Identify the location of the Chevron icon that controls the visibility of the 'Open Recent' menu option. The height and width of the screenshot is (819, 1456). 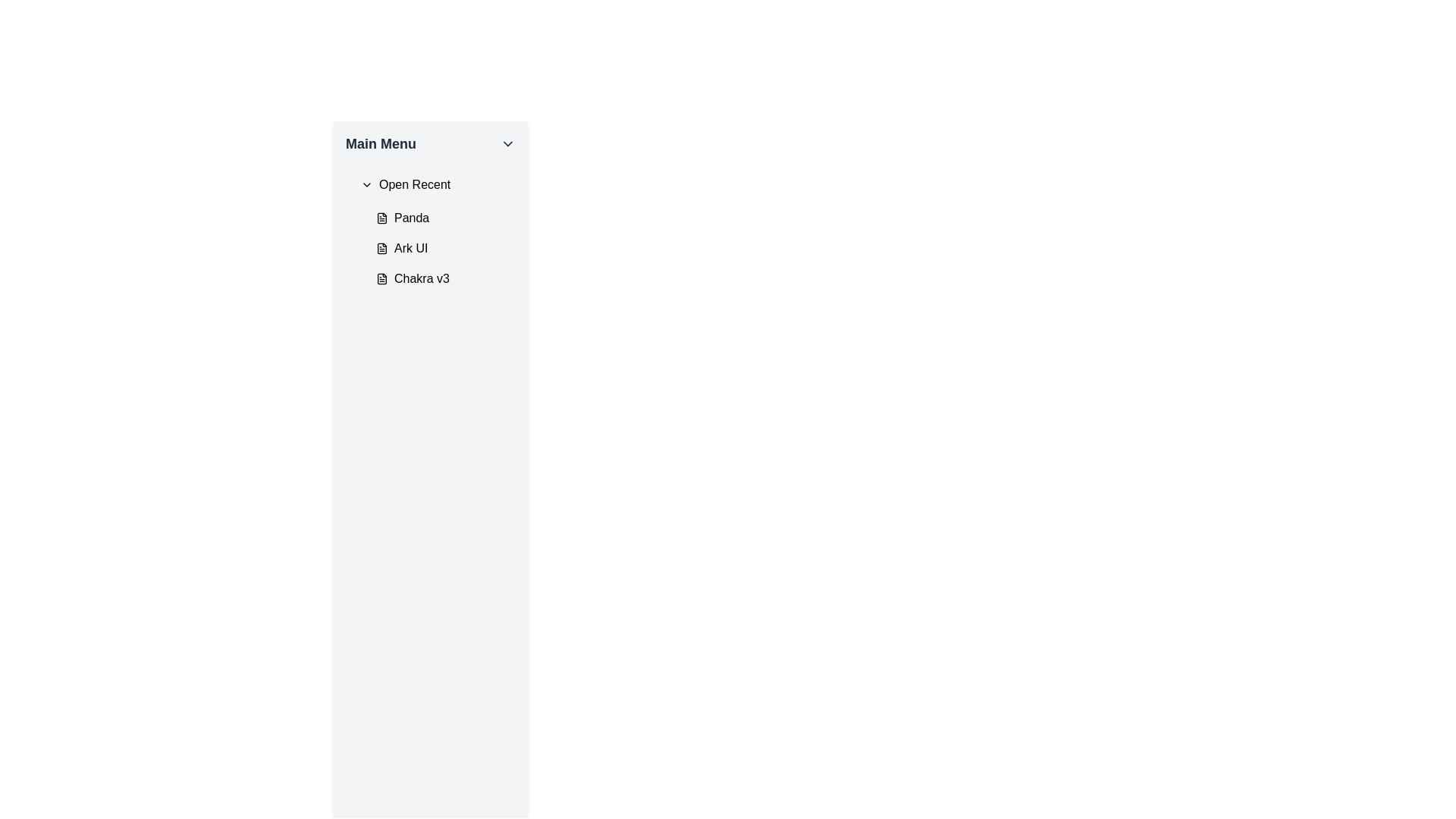
(367, 184).